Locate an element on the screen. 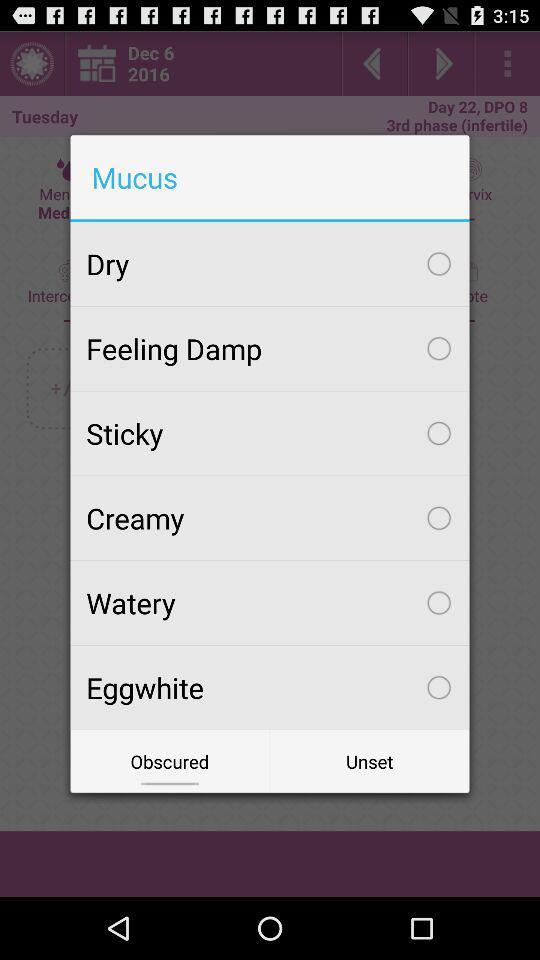 This screenshot has height=960, width=540. the checkbox above the feeling damp icon is located at coordinates (270, 263).